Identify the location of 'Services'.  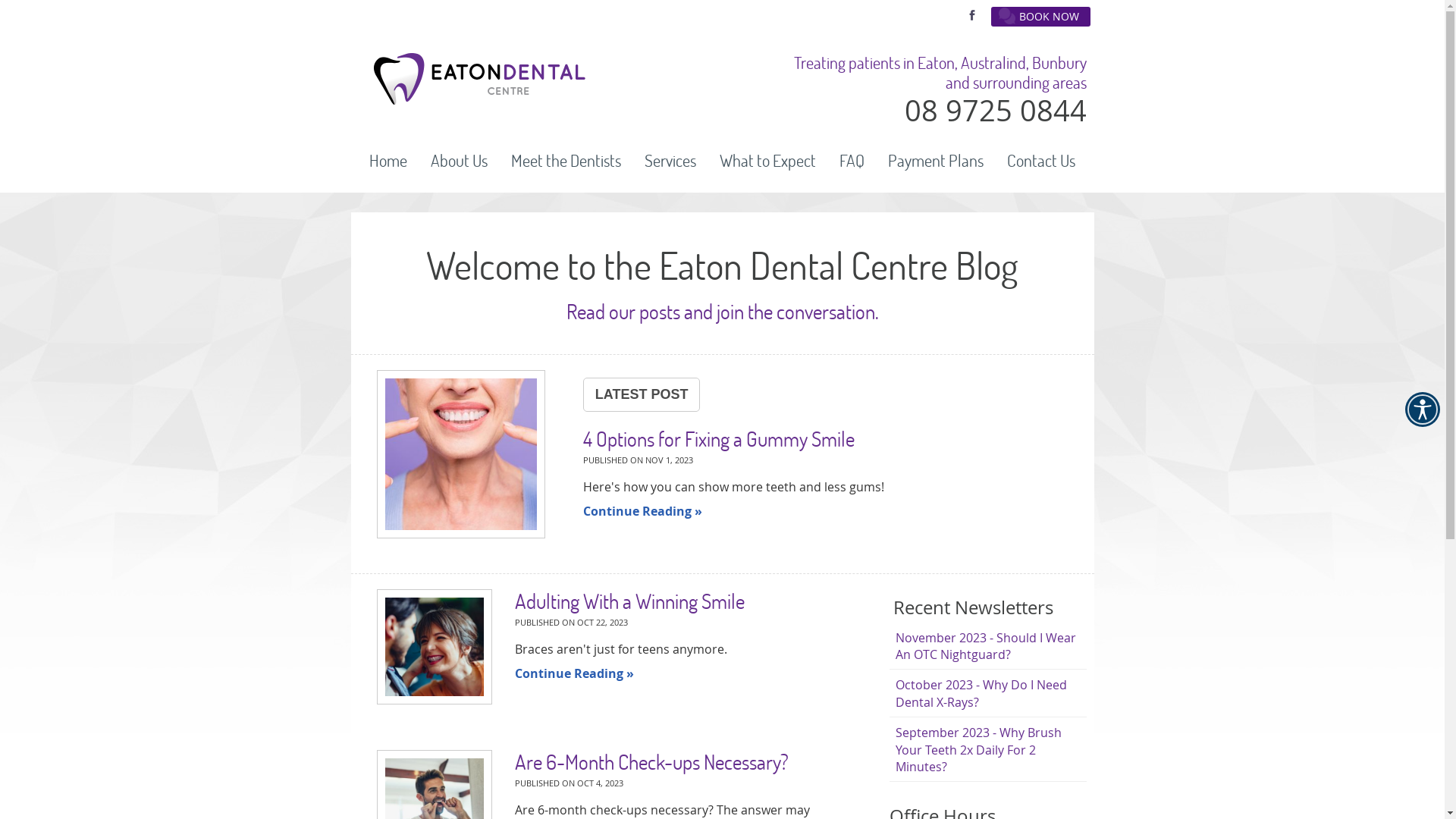
(670, 161).